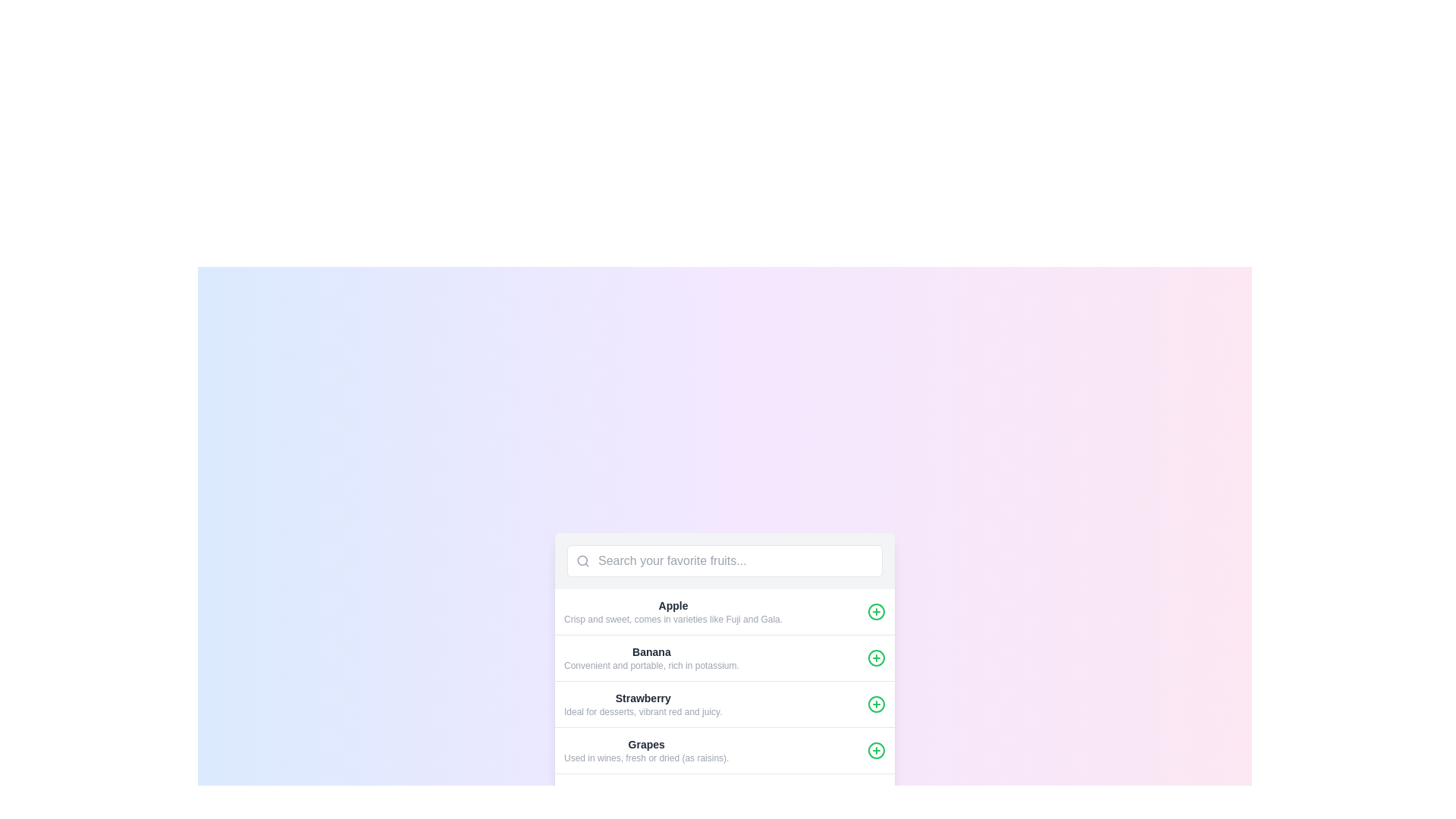  Describe the element at coordinates (723, 610) in the screenshot. I see `description of the first list item titled 'Apple', which includes a subtitle about its varieties and an add icon` at that location.